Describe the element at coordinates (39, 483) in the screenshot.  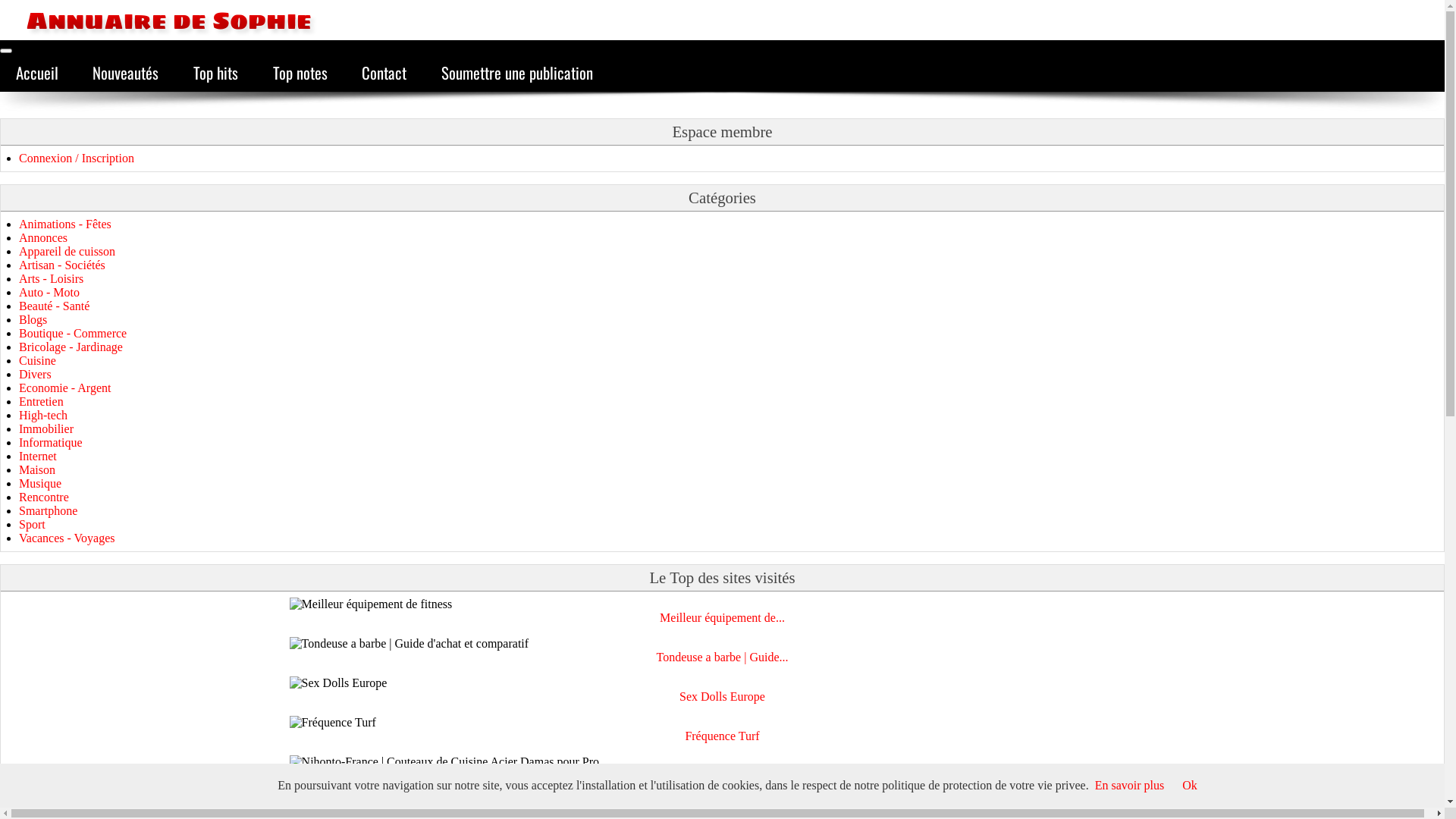
I see `'Musique'` at that location.